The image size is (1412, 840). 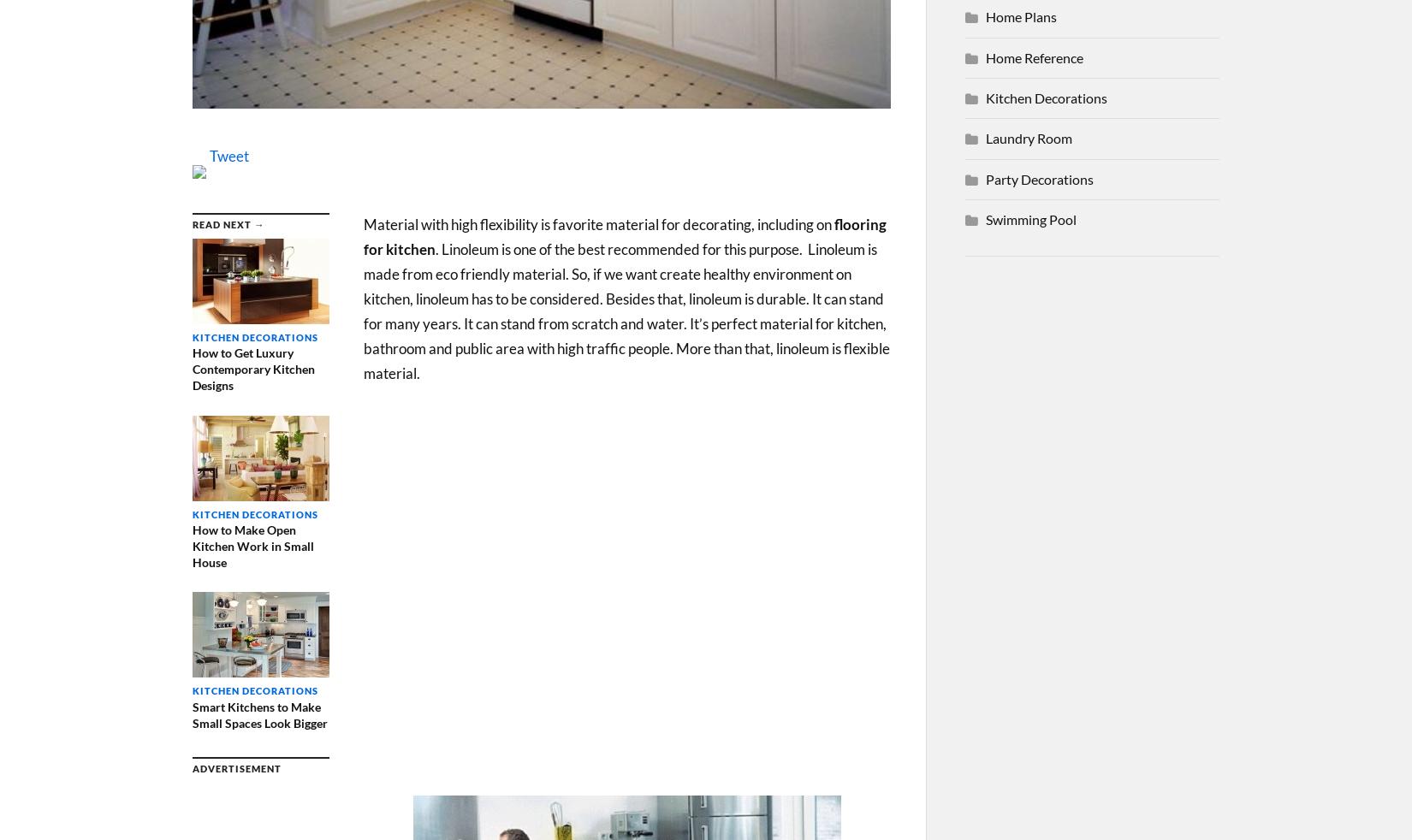 What do you see at coordinates (193, 368) in the screenshot?
I see `'How to Get Luxury Contemporary Kitchen Designs'` at bounding box center [193, 368].